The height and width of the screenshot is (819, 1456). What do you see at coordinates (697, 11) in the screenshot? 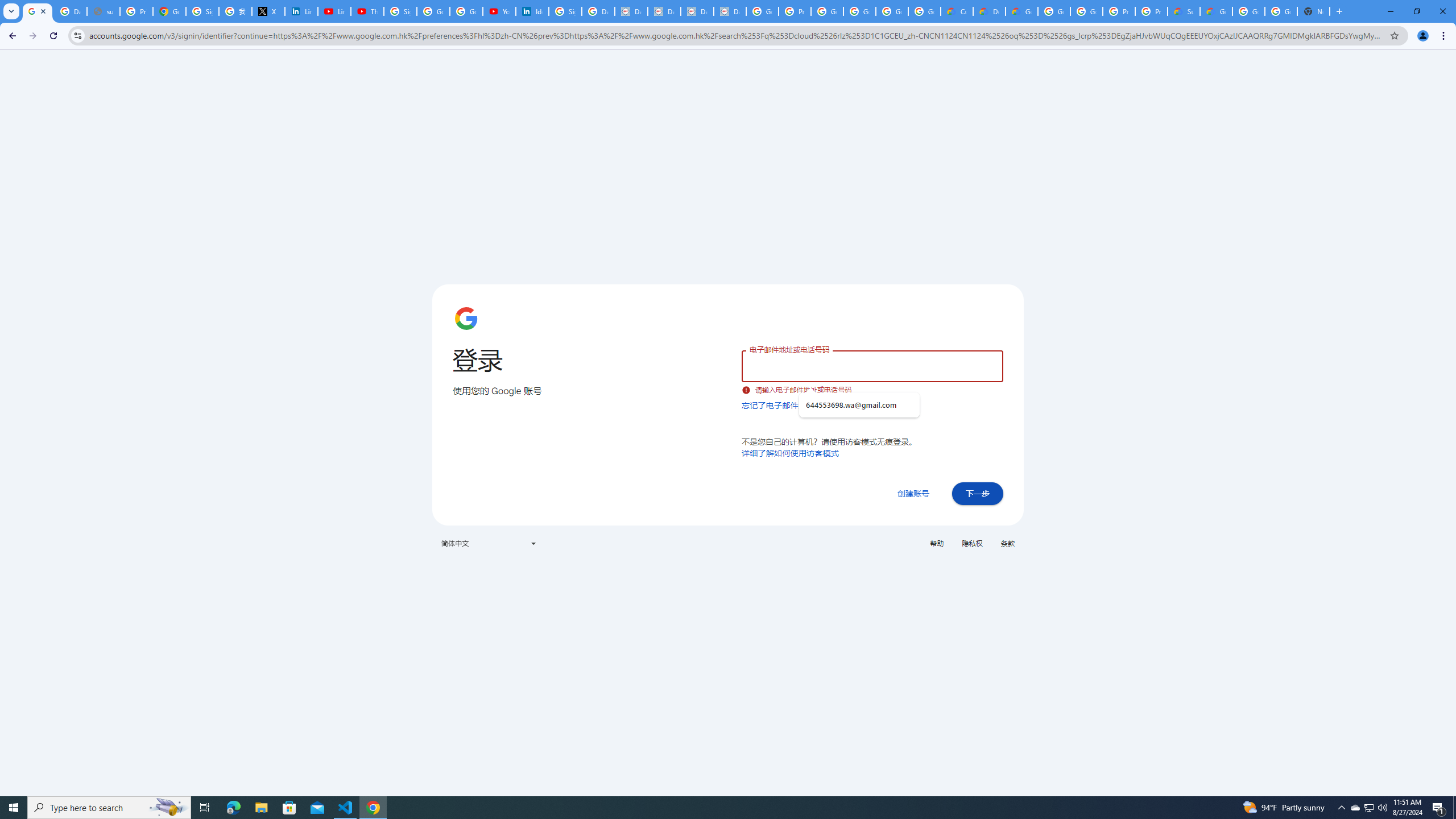
I see `'Data Privacy Framework'` at bounding box center [697, 11].